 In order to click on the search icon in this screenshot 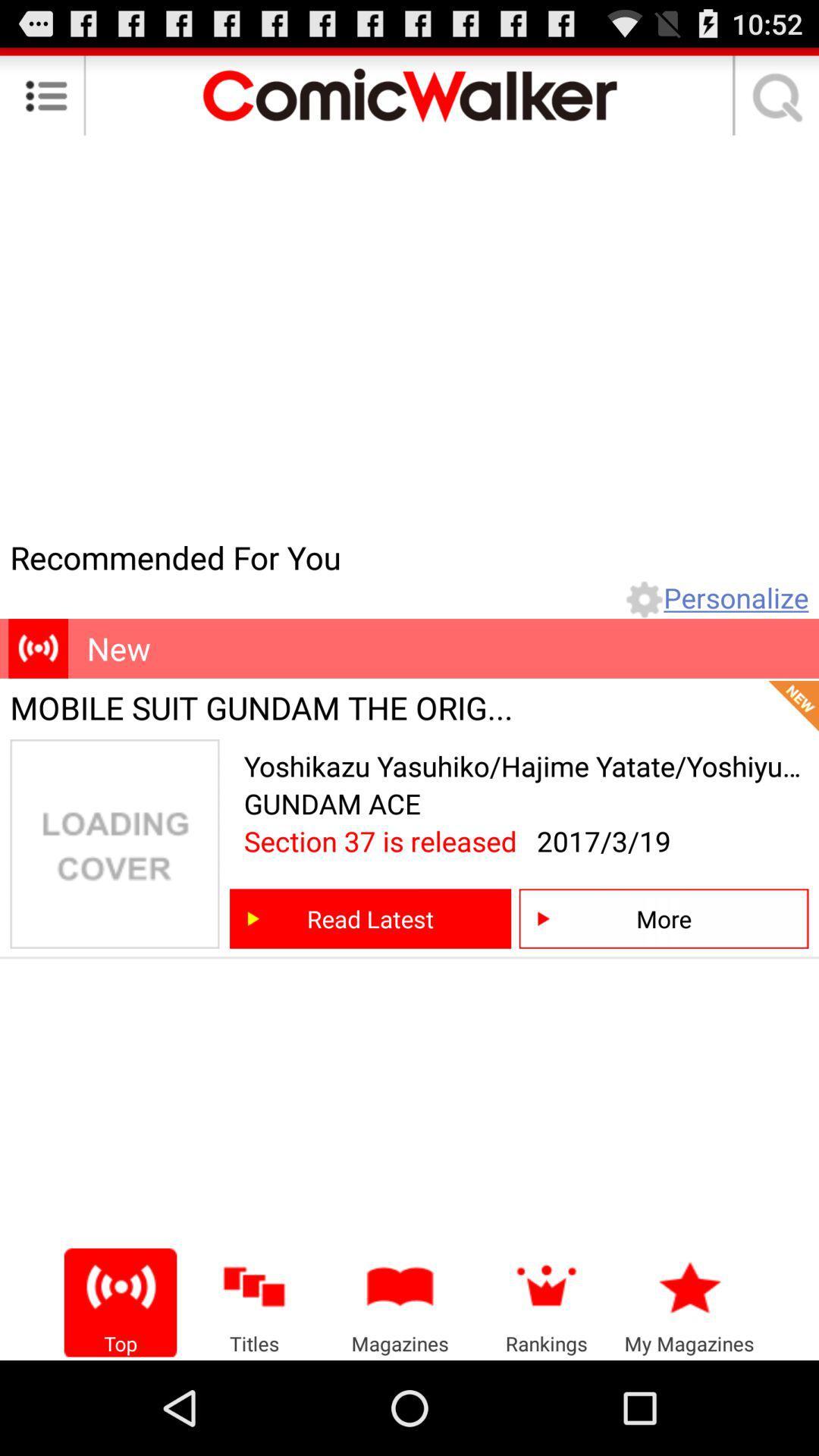, I will do `click(772, 101)`.